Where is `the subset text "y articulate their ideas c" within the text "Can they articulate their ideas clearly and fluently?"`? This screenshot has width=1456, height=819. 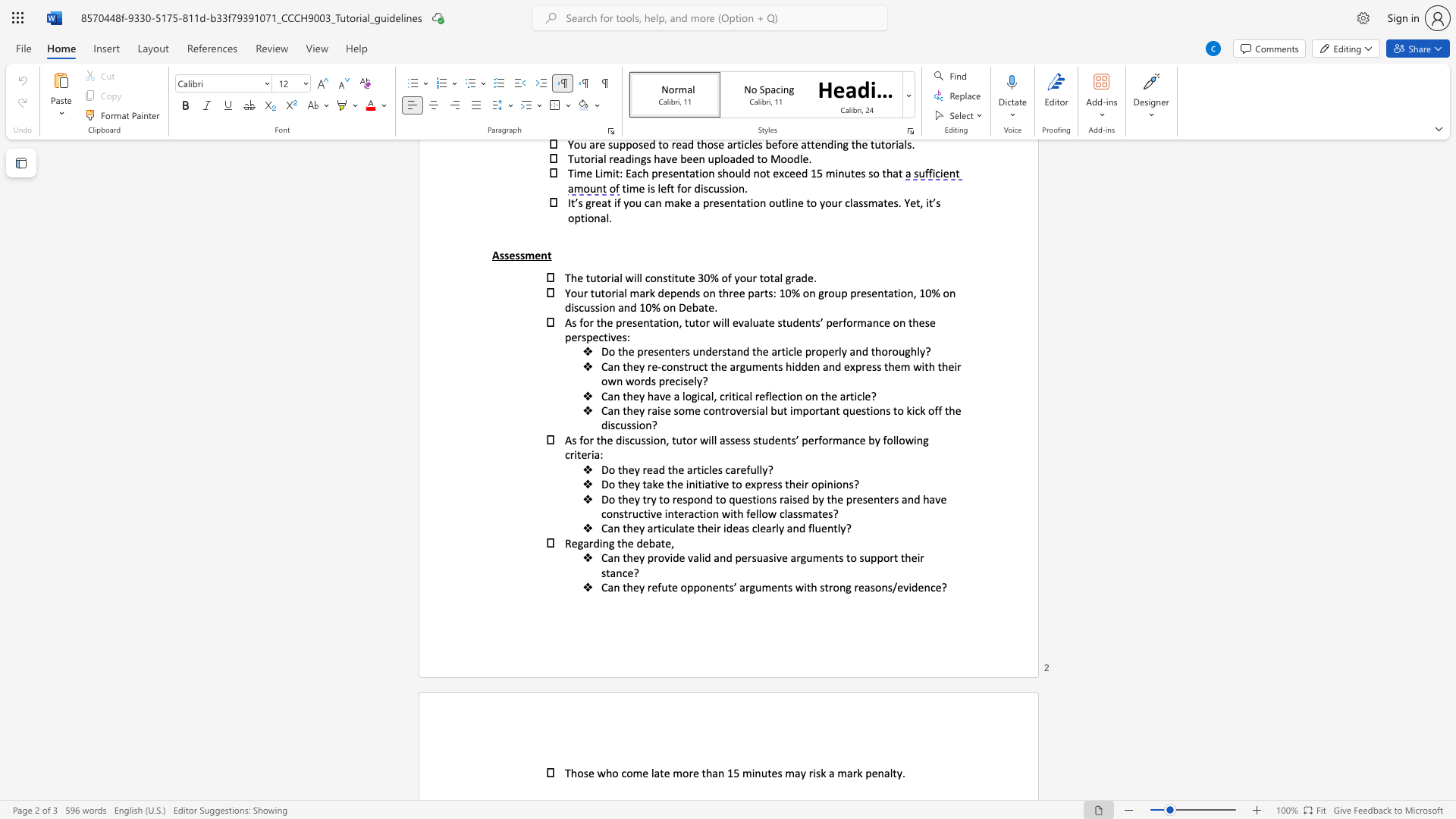 the subset text "y articulate their ideas c" within the text "Can they articulate their ideas clearly and fluently?" is located at coordinates (639, 527).